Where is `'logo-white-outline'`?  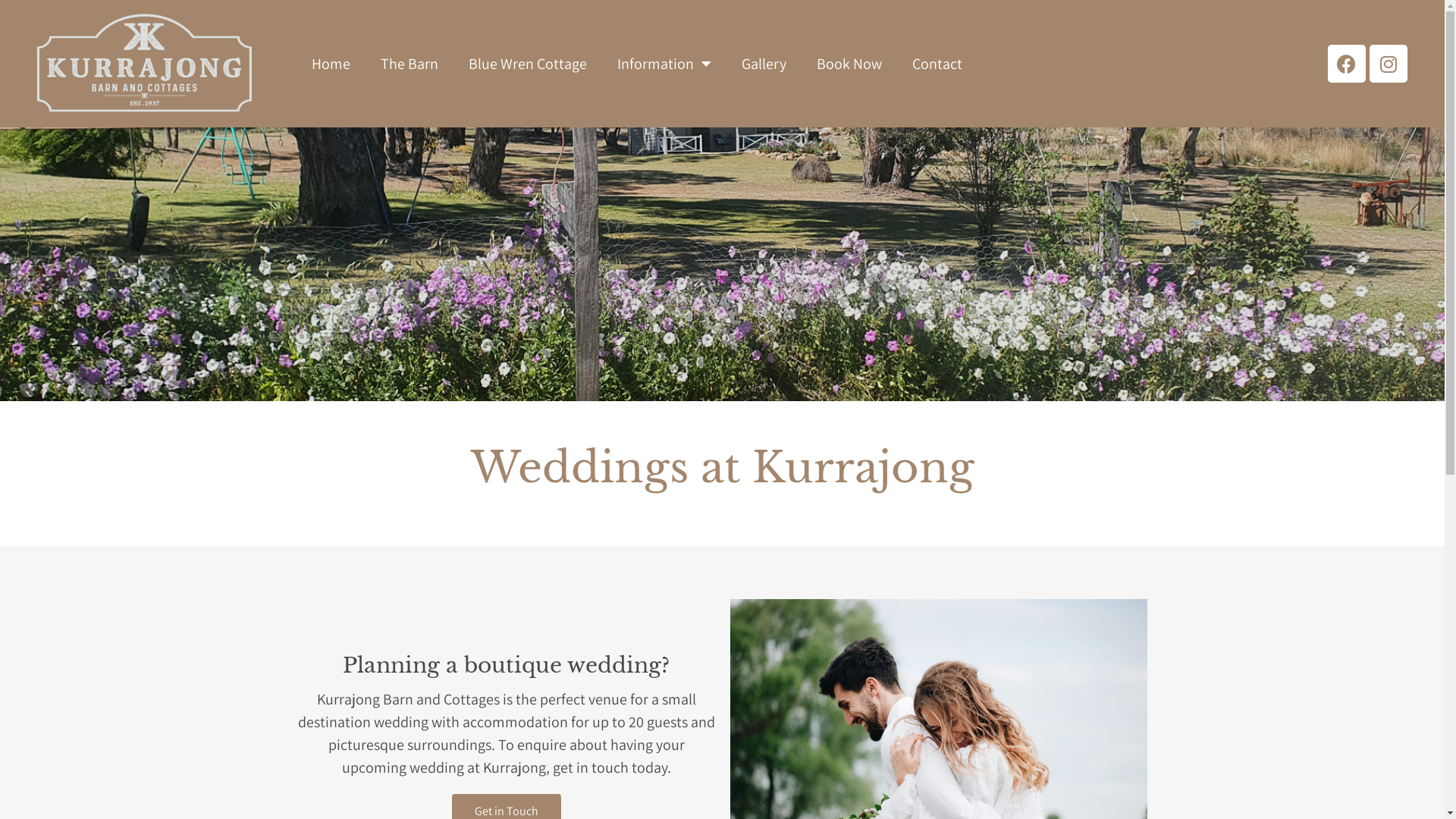 'logo-white-outline' is located at coordinates (144, 63).